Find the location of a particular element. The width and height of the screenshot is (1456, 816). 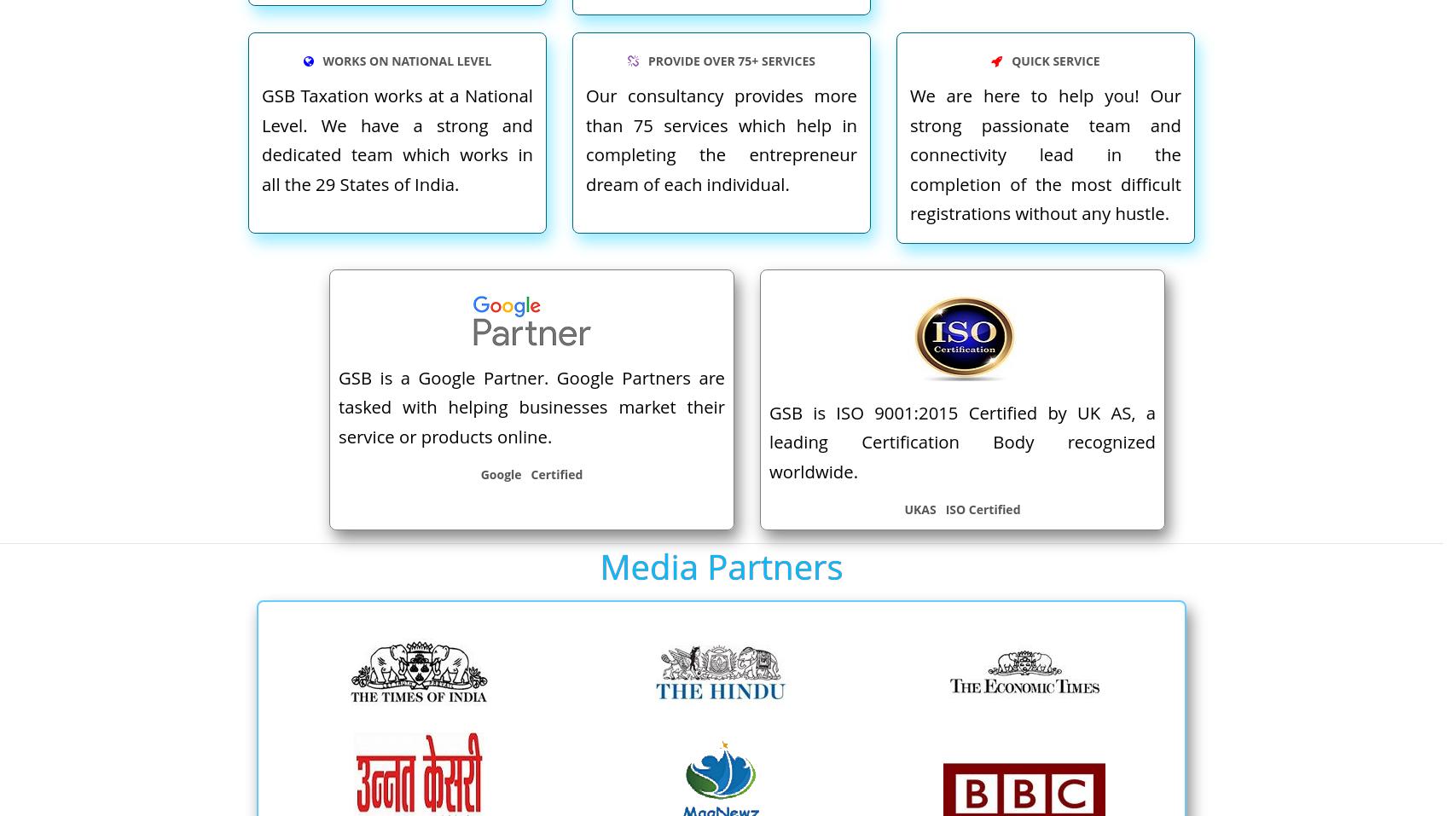

'UKAS   ISO Certified' is located at coordinates (960, 508).